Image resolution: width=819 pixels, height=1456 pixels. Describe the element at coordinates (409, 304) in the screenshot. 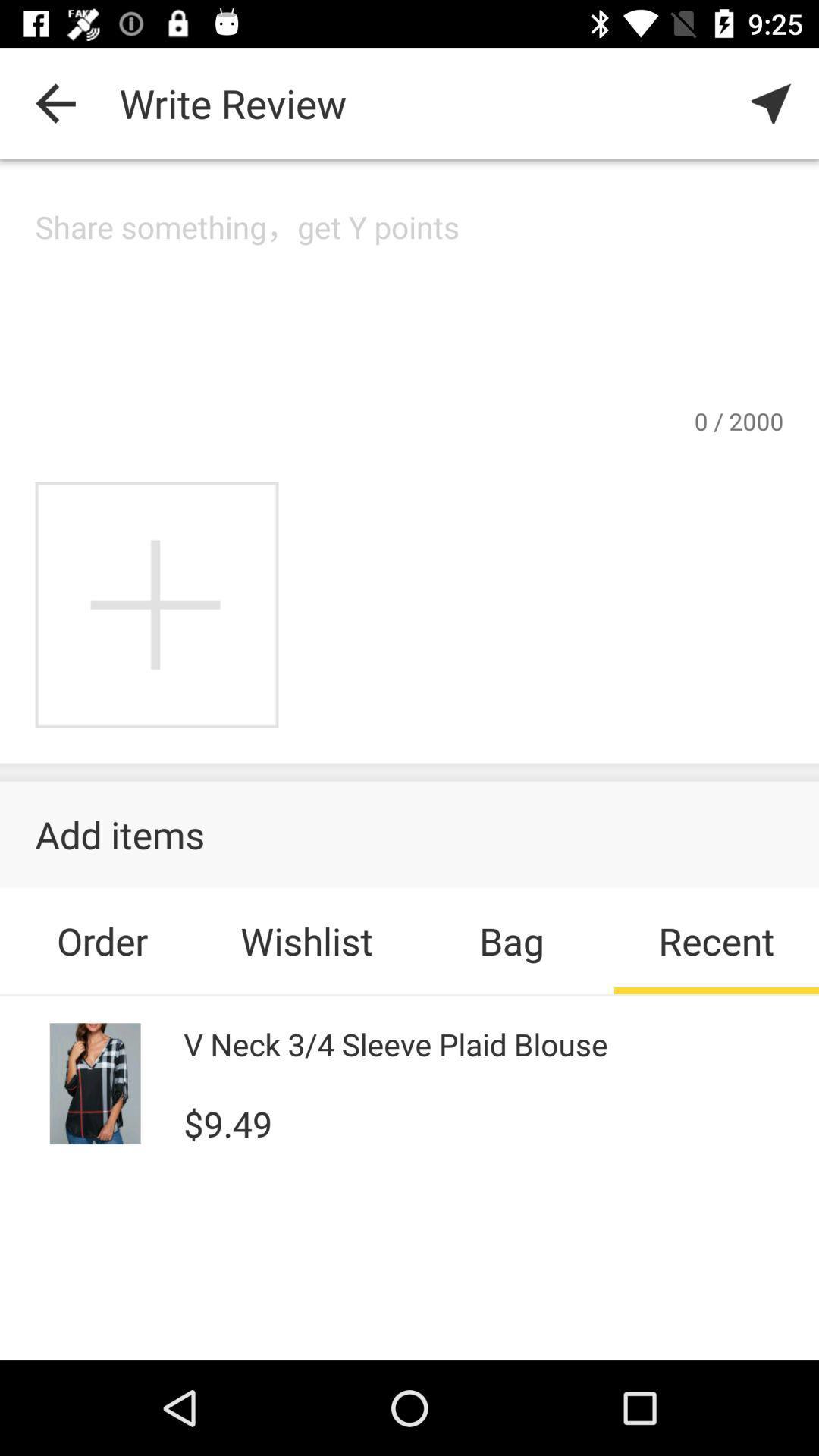

I see `share a comment` at that location.